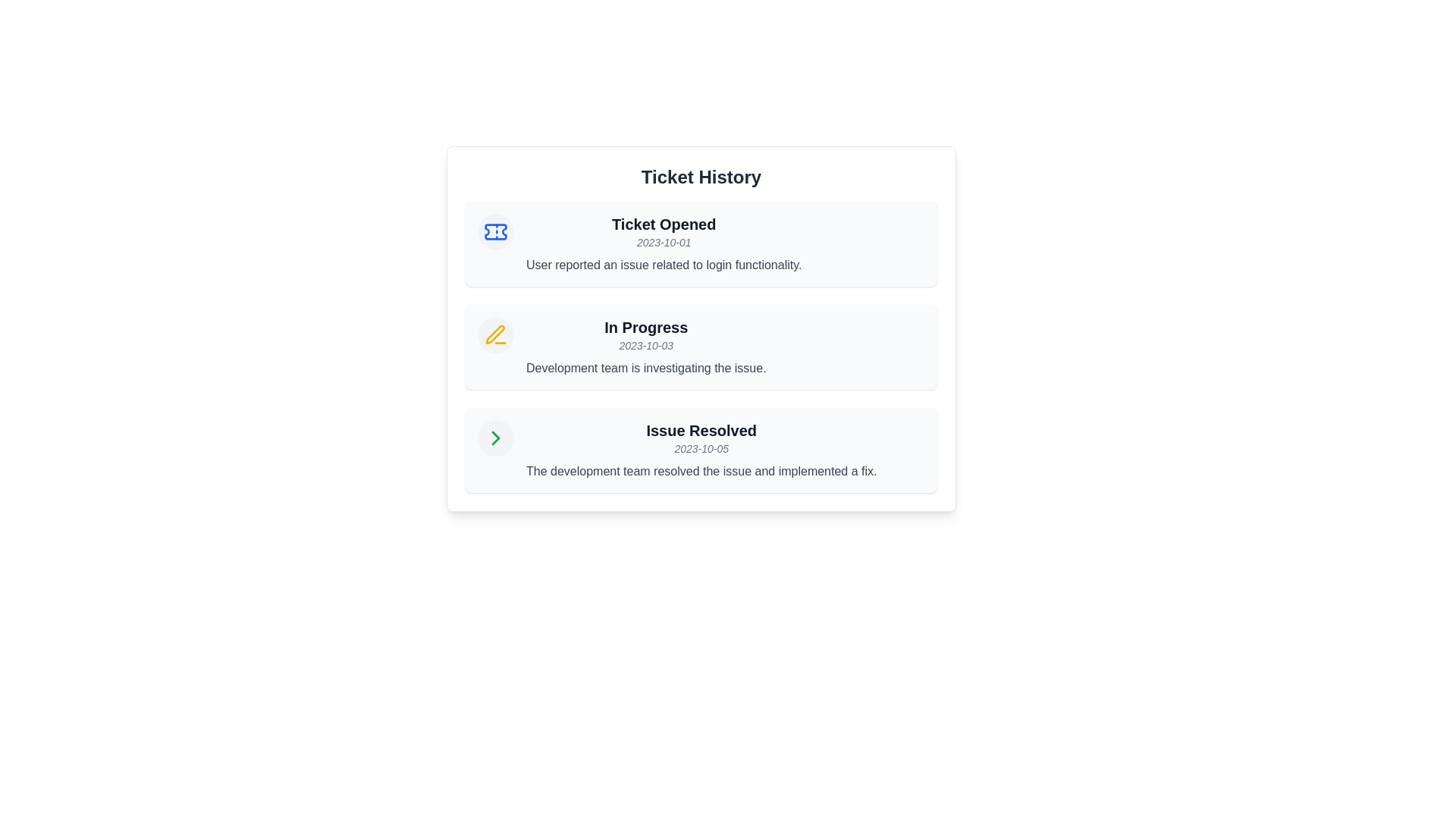  Describe the element at coordinates (495, 231) in the screenshot. I see `the small blue ticket icon enclosed within a light gray circular background, located at the top left of the 'Ticket Opened' card in the 'Ticket History' section` at that location.